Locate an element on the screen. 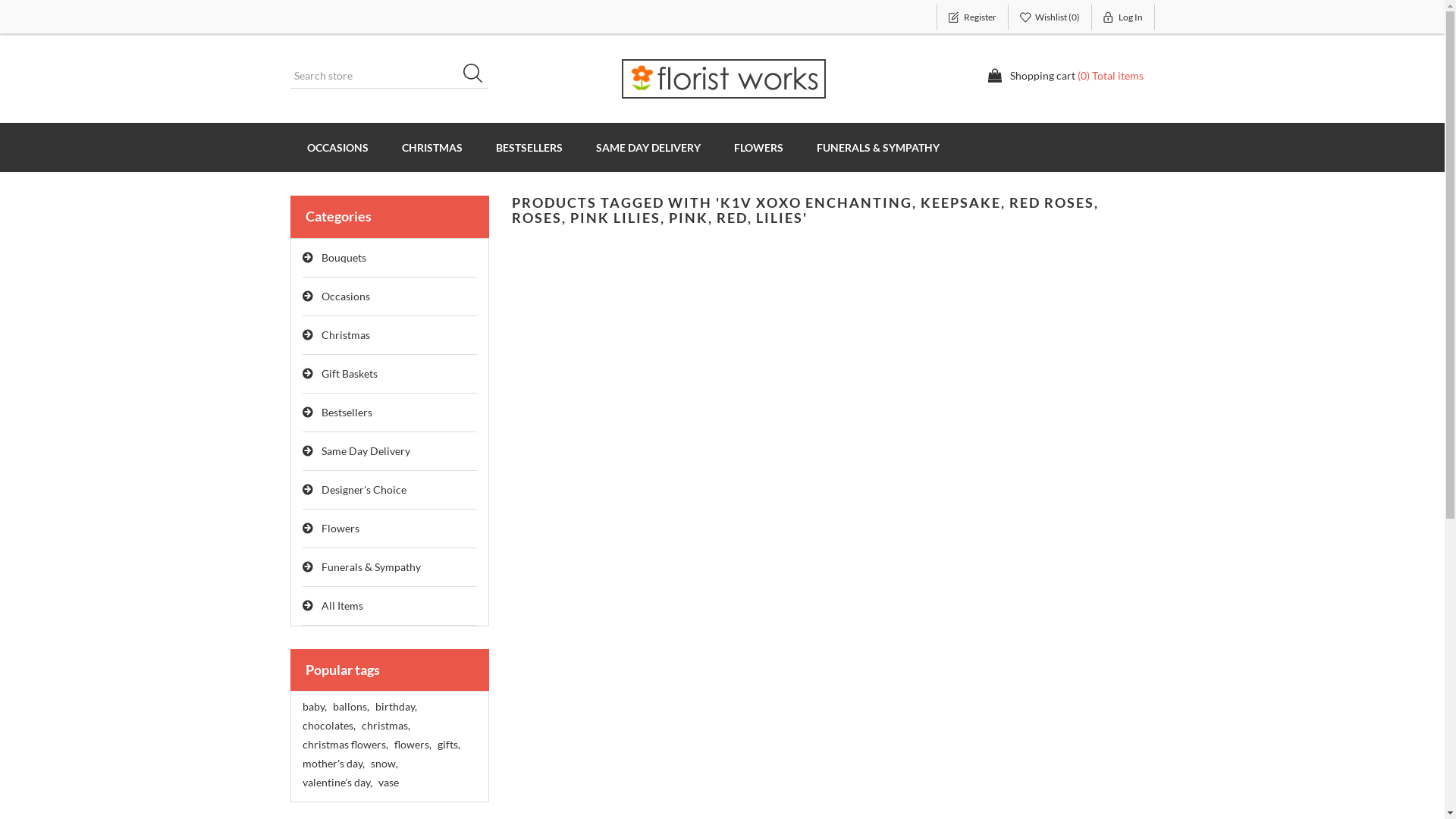 This screenshot has height=819, width=1456. 'birthday,' is located at coordinates (395, 707).